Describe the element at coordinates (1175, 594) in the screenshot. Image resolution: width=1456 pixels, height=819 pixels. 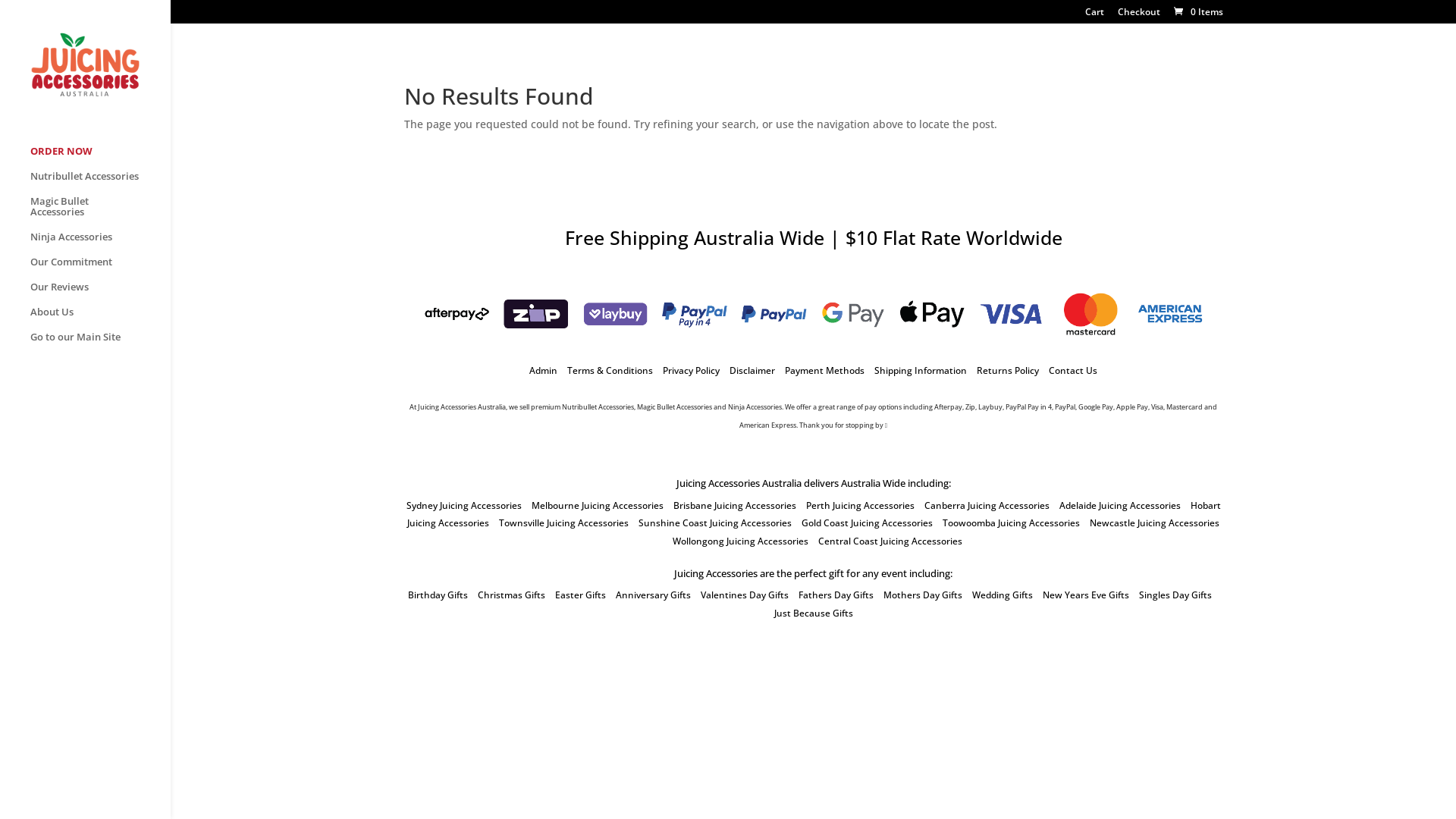
I see `'Singles Day Gifts'` at that location.